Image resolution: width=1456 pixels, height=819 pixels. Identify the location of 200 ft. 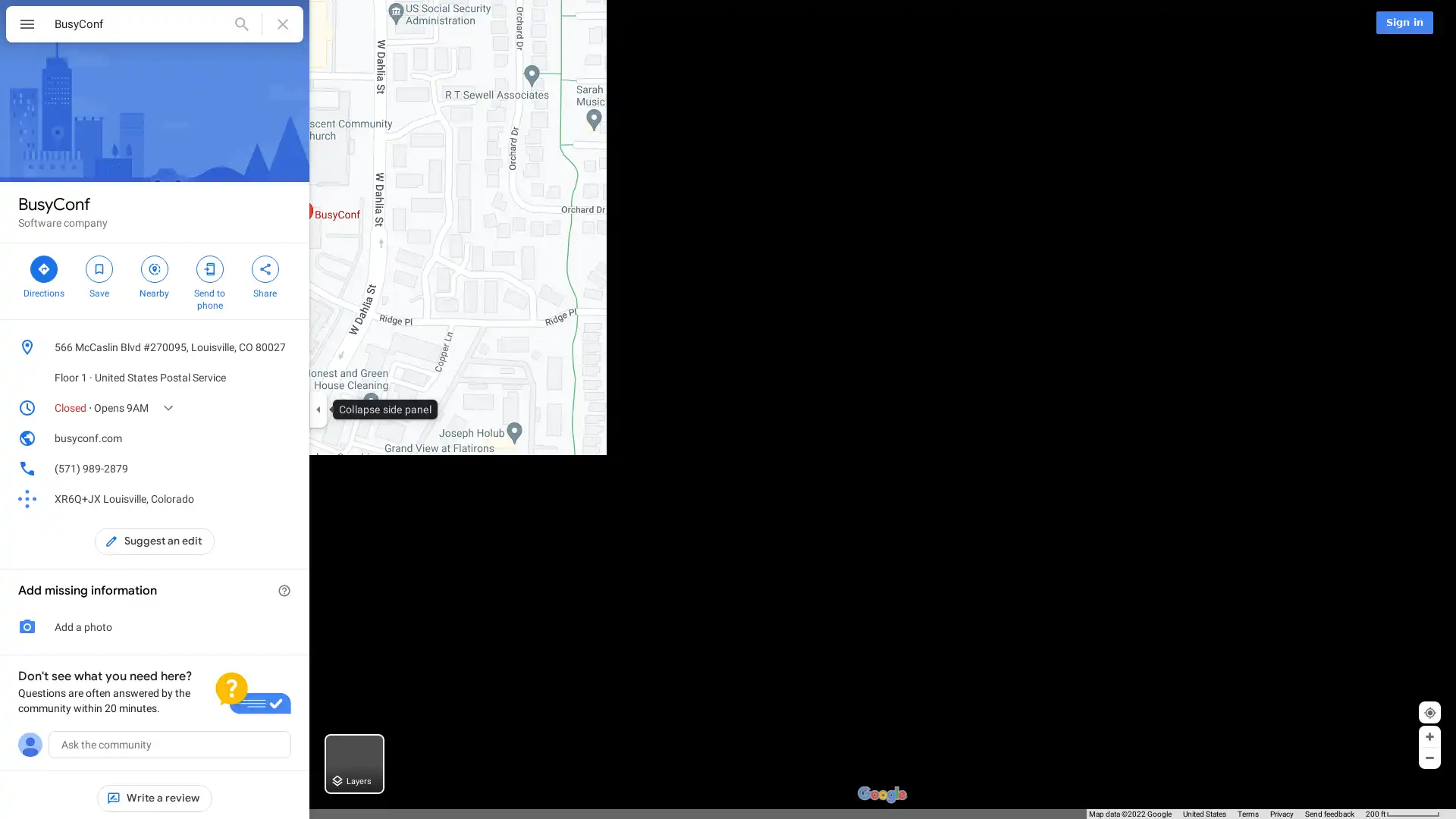
(1401, 813).